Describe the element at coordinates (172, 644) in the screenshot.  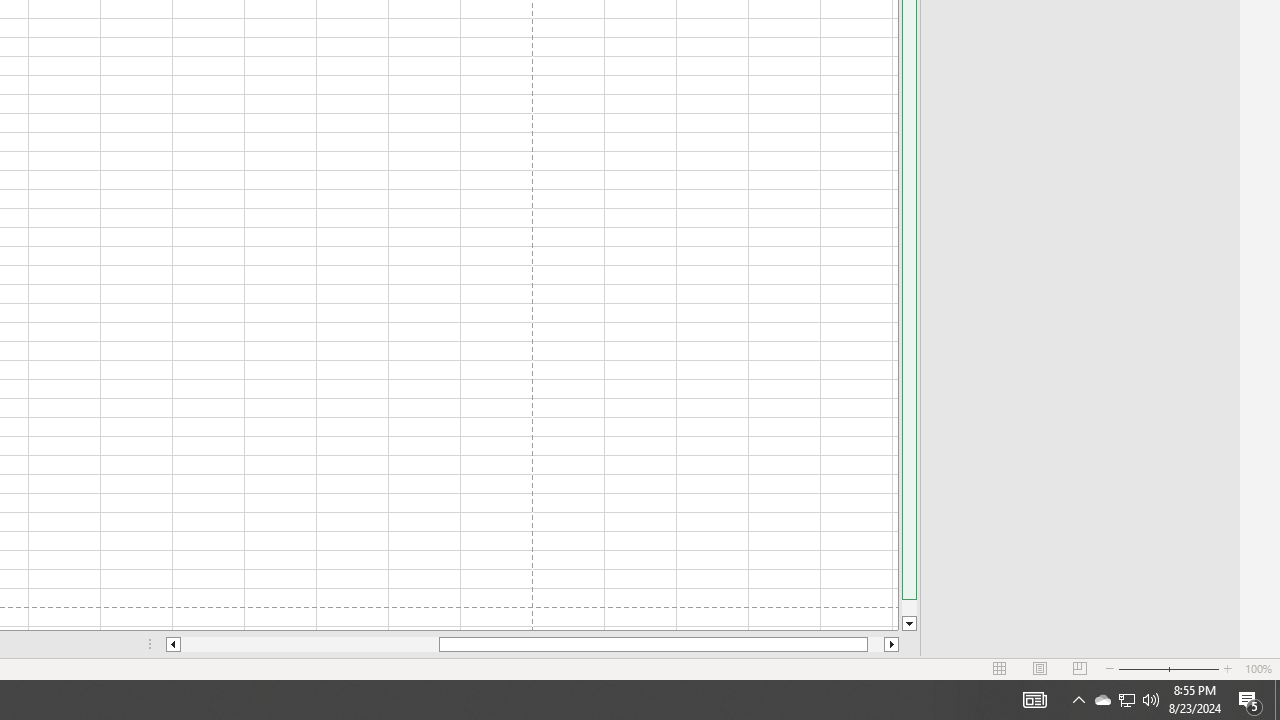
I see `'Column left'` at that location.